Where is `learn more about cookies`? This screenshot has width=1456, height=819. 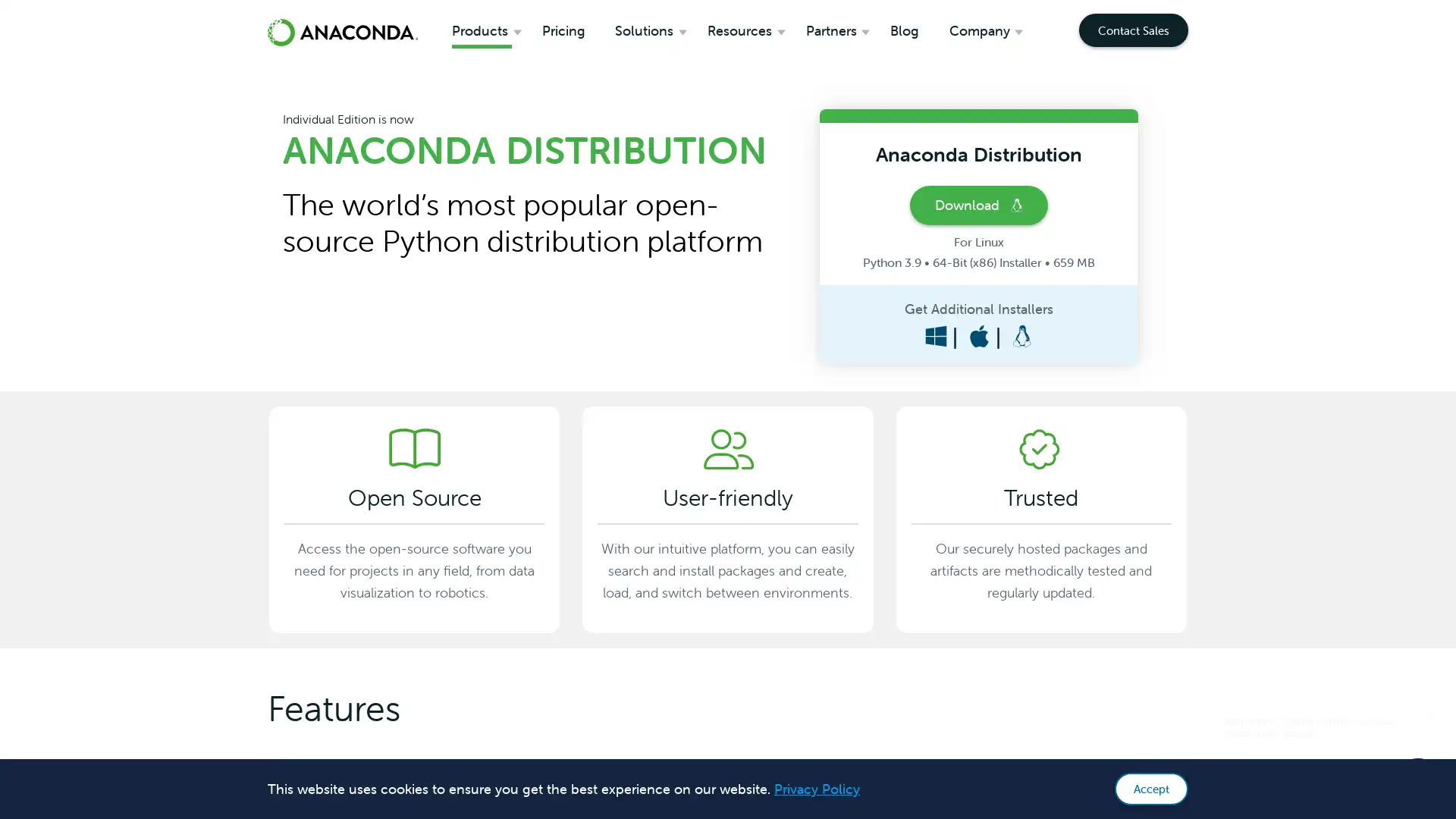
learn more about cookies is located at coordinates (816, 787).